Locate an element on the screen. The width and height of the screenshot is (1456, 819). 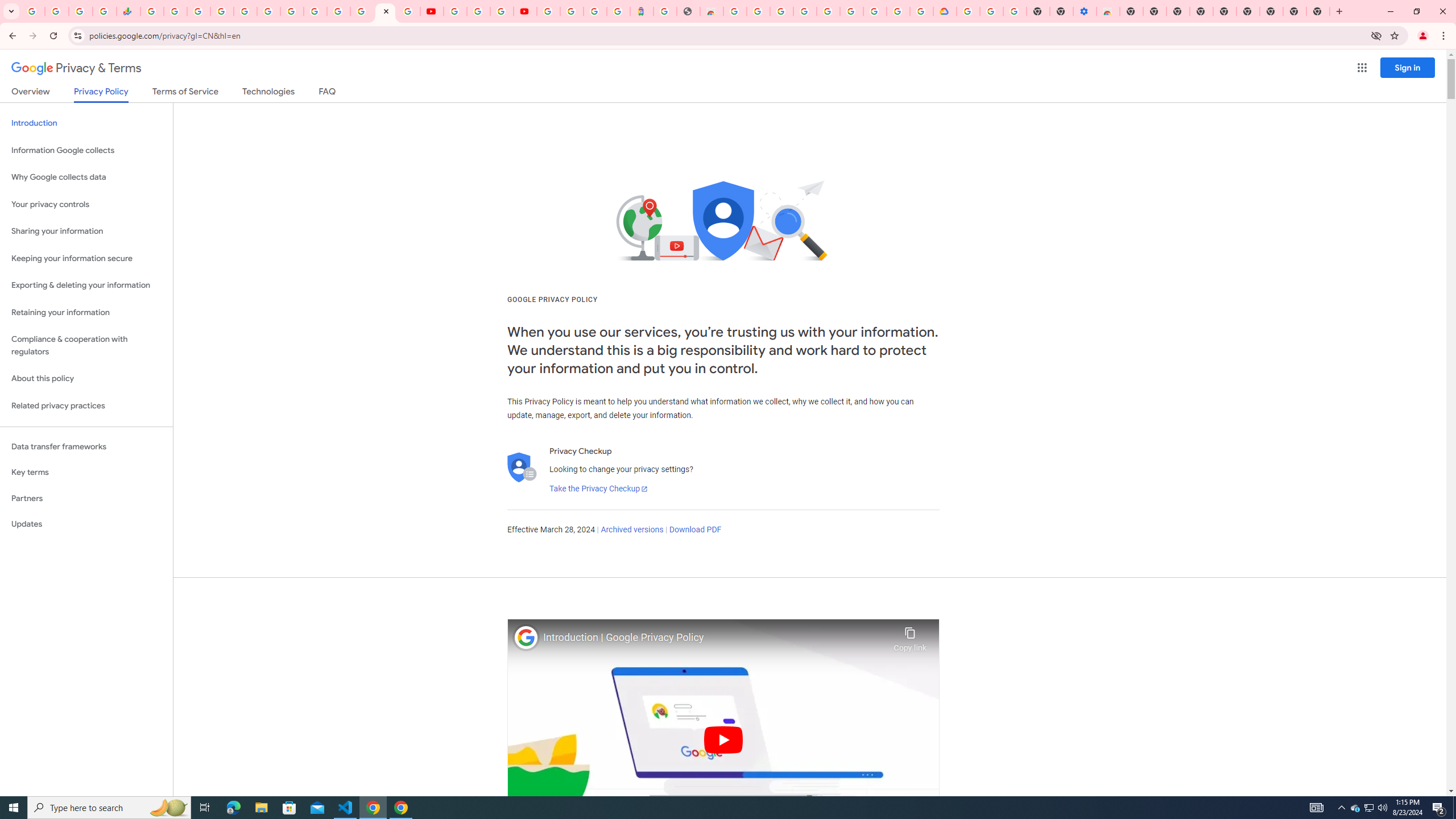
'Settings - Accessibility' is located at coordinates (1085, 11).